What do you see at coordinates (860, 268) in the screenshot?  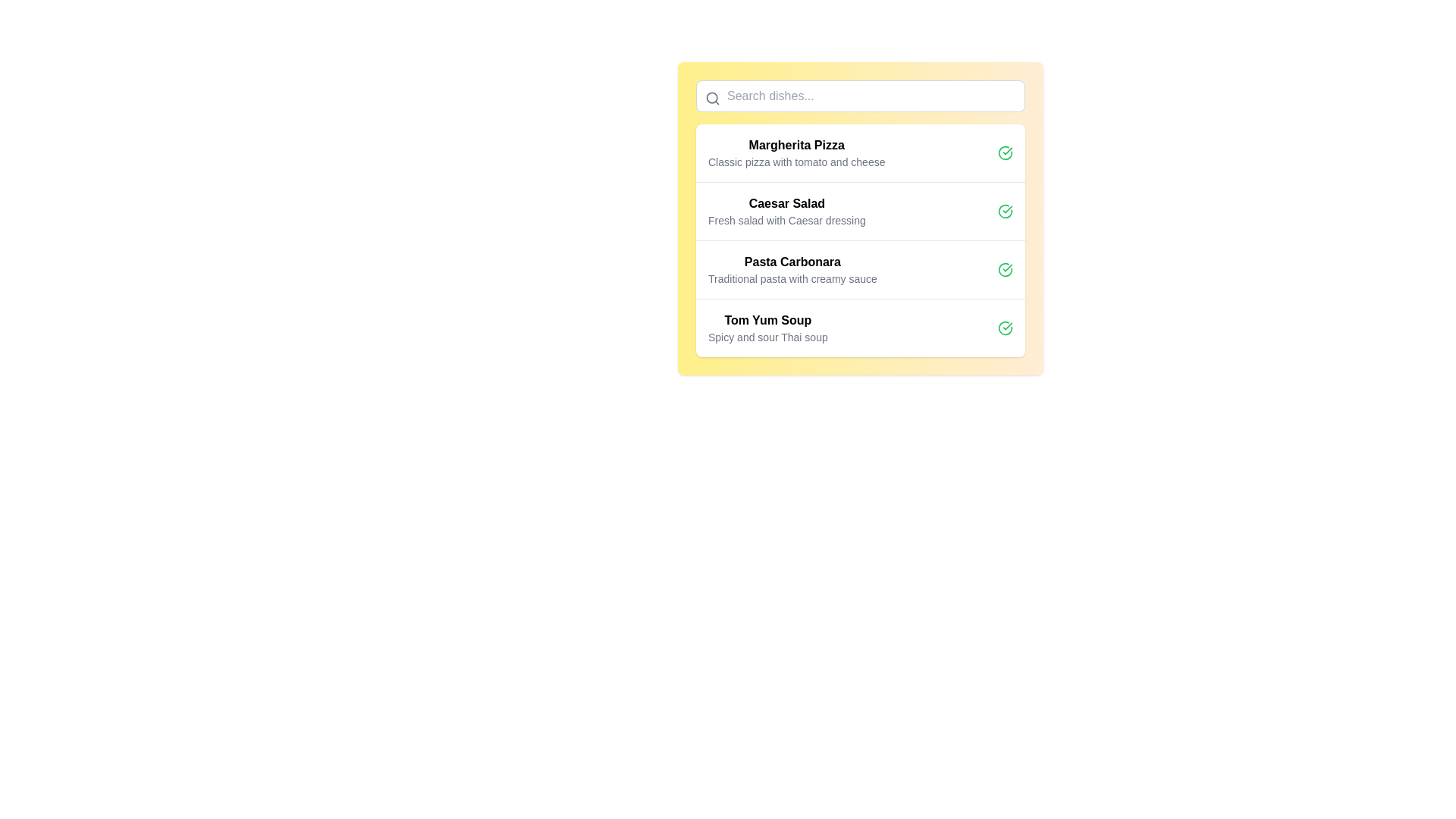 I see `the menu item for 'Pasta Carbonara'` at bounding box center [860, 268].